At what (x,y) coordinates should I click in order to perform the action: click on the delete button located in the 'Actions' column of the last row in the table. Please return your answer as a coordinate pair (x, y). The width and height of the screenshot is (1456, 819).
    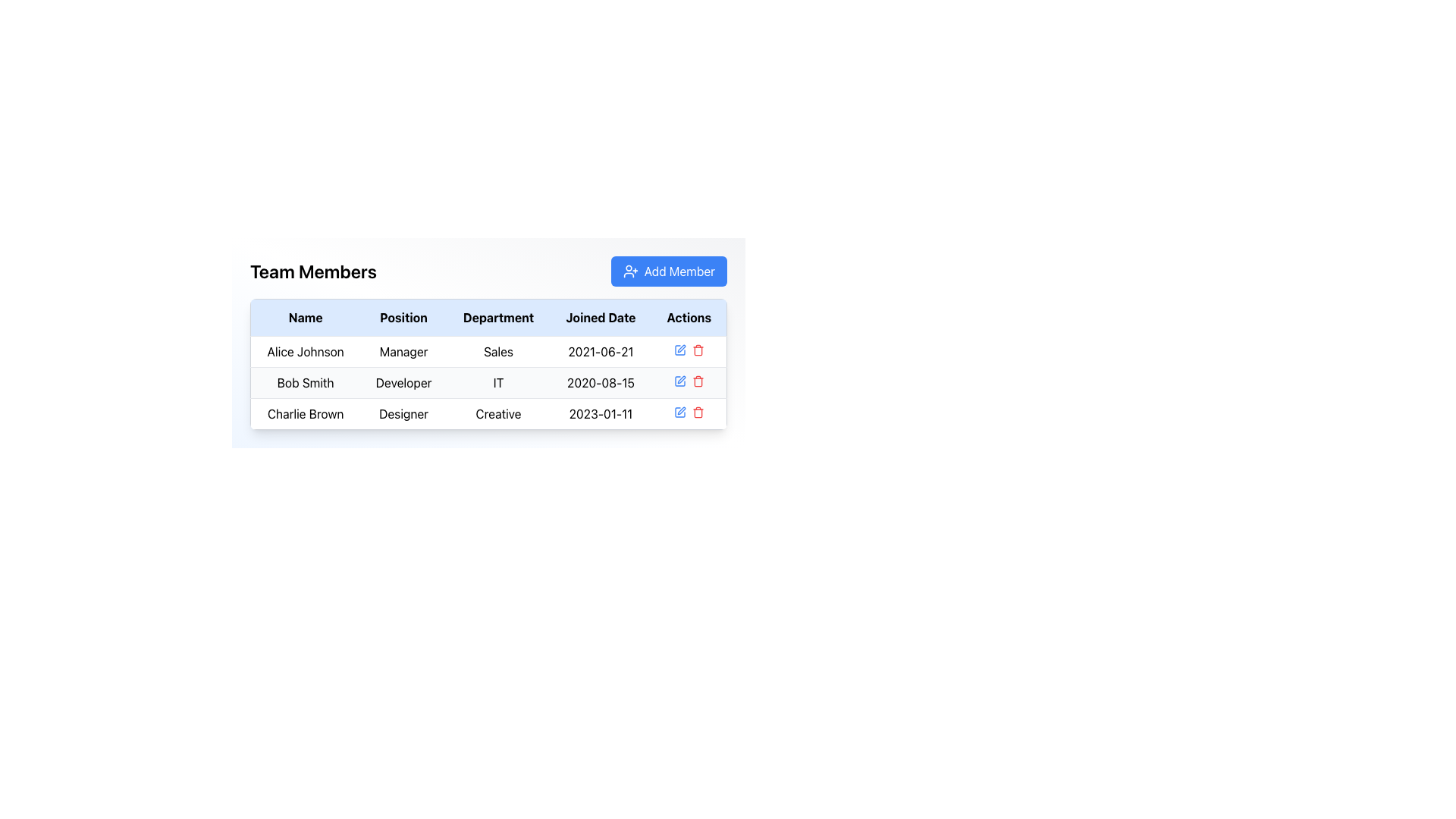
    Looking at the image, I should click on (697, 412).